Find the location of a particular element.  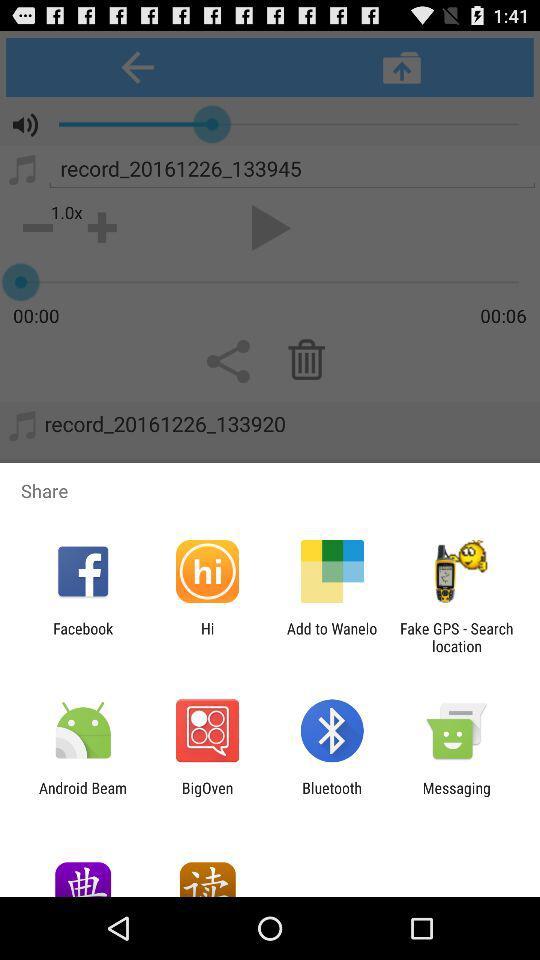

add to wanelo is located at coordinates (332, 636).